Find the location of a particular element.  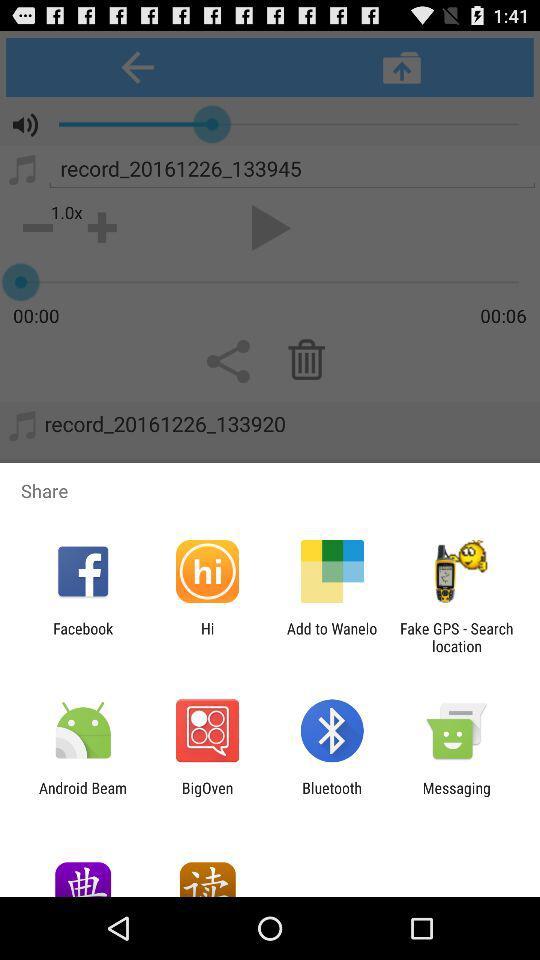

add to wanelo is located at coordinates (332, 636).